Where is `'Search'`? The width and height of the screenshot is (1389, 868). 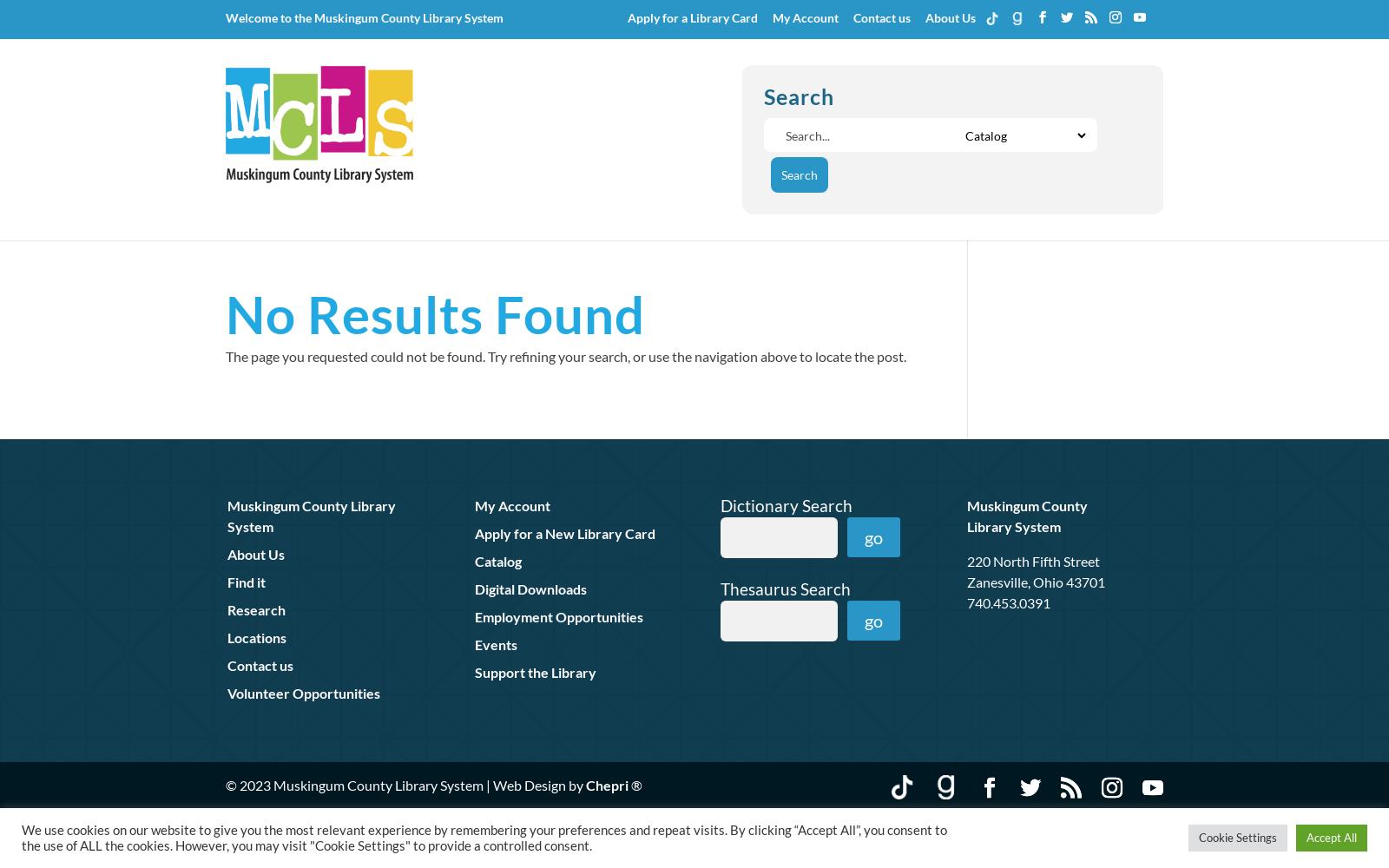
'Search' is located at coordinates (798, 95).